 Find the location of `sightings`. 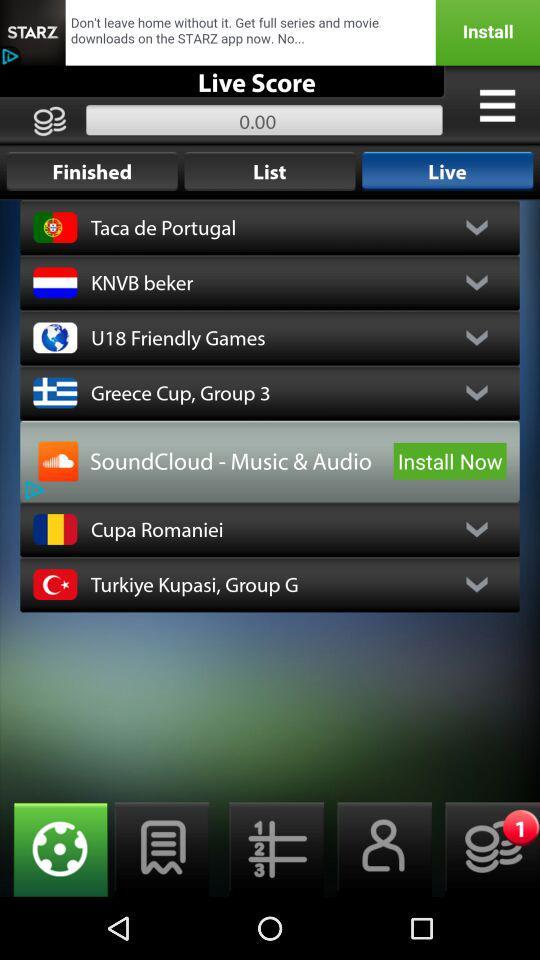

sightings is located at coordinates (54, 848).